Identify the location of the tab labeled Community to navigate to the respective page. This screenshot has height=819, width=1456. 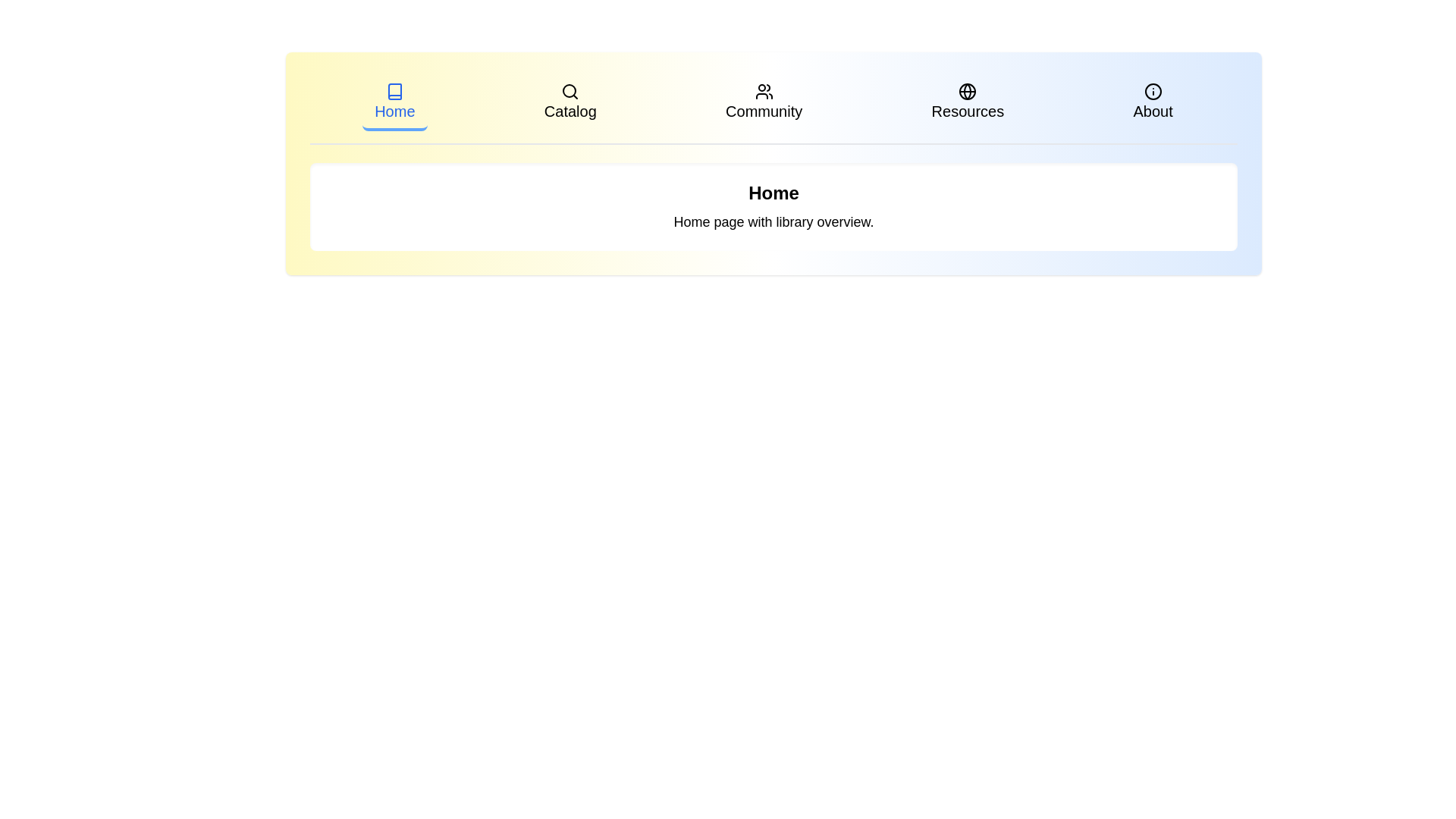
(764, 103).